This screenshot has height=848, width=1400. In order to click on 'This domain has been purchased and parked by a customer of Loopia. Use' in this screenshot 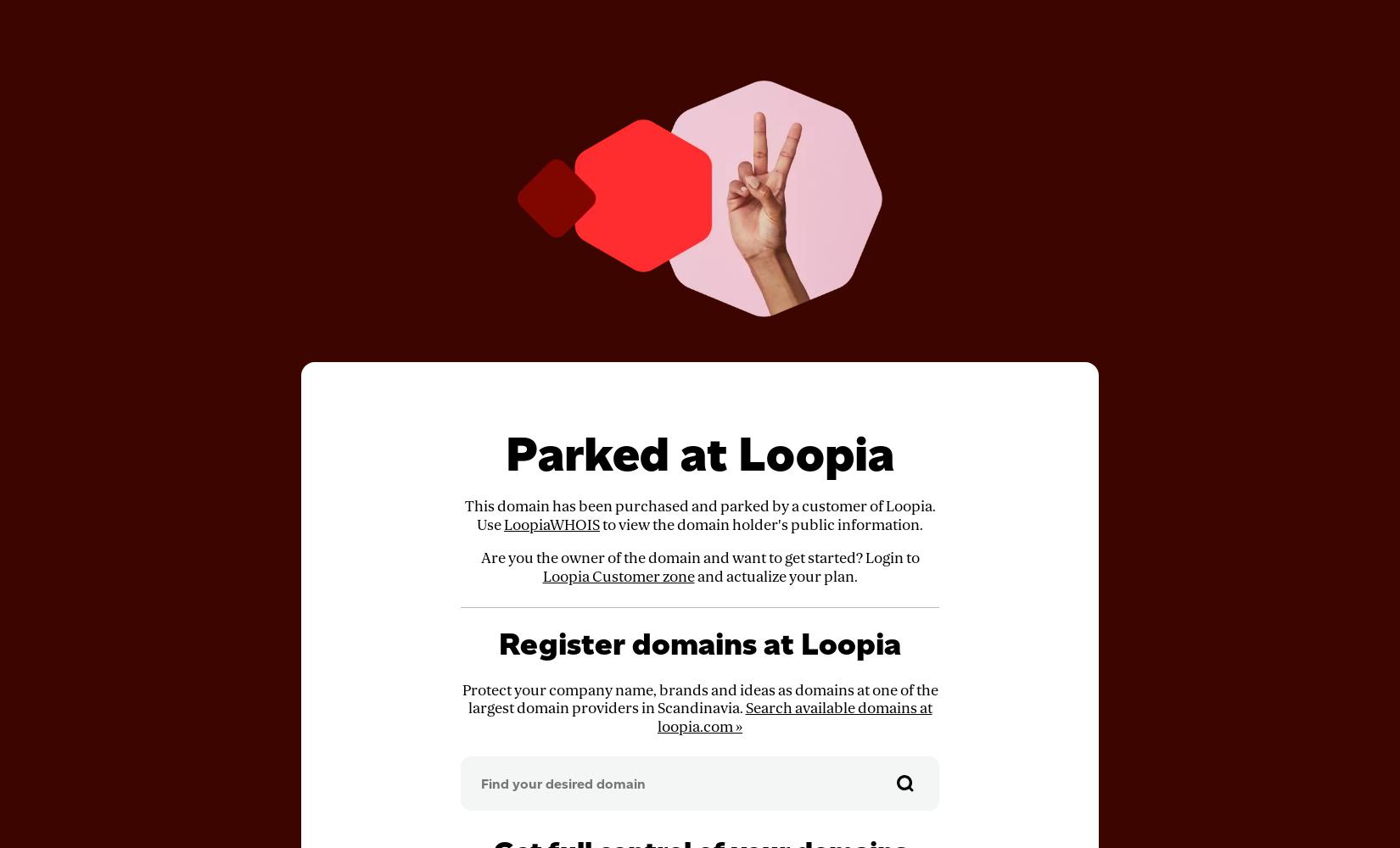, I will do `click(698, 515)`.